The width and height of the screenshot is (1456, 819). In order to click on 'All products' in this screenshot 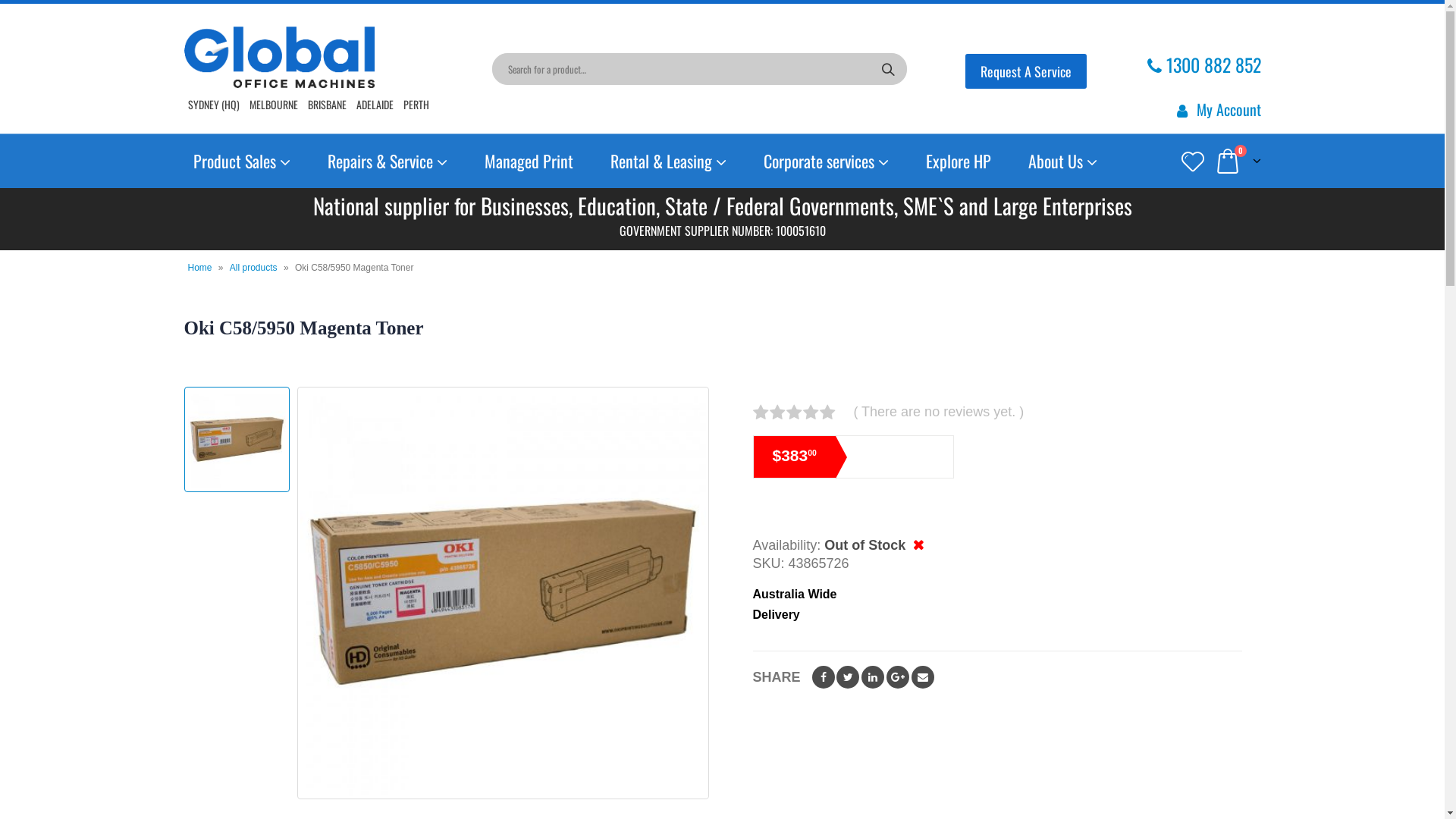, I will do `click(253, 267)`.